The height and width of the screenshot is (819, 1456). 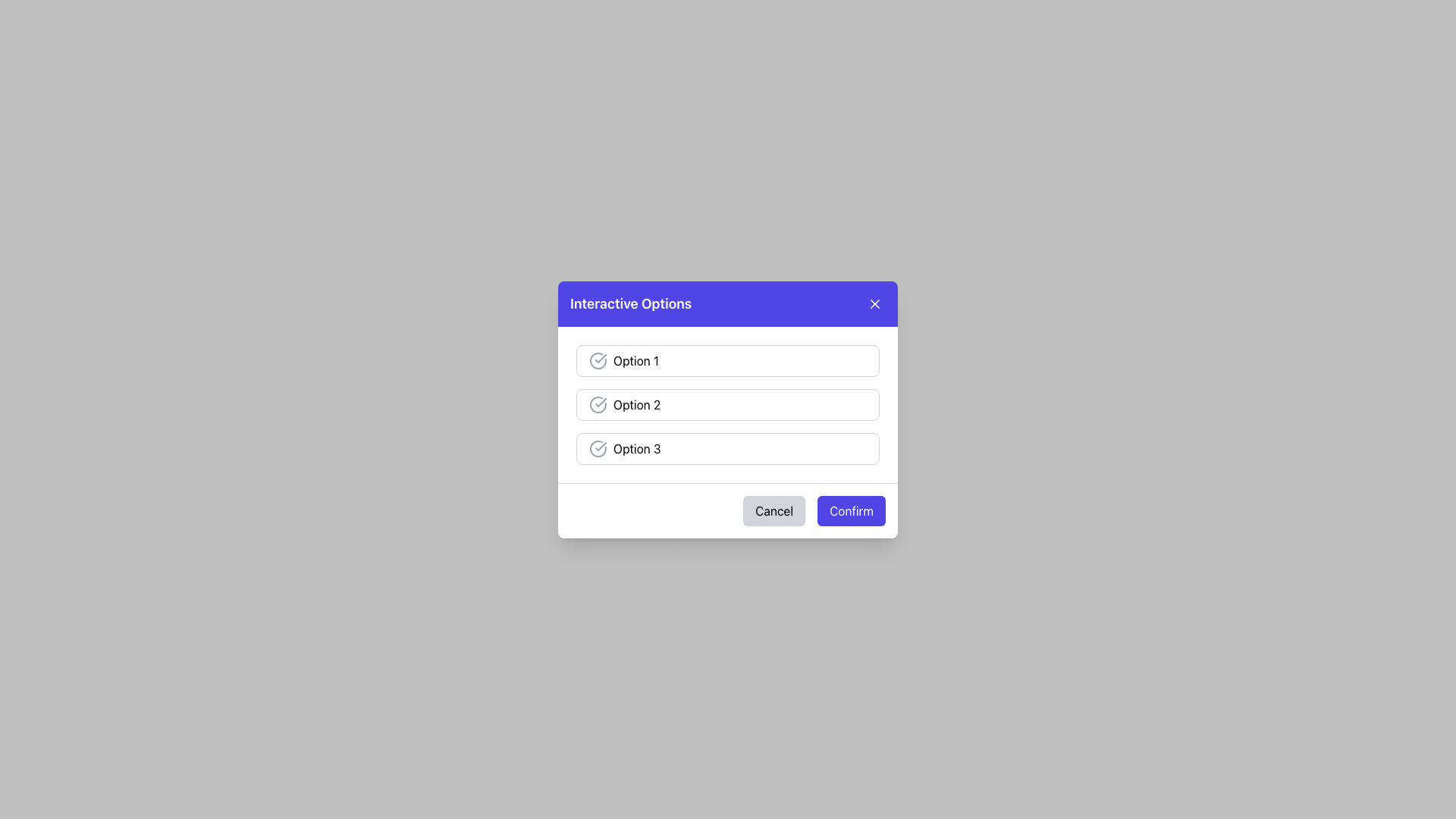 I want to click on the checkmark icon within the second option entry of the 'Interactive Options' box, which is styled with a hollow outline and is adjacent to the label 'Option 2', so click(x=600, y=401).